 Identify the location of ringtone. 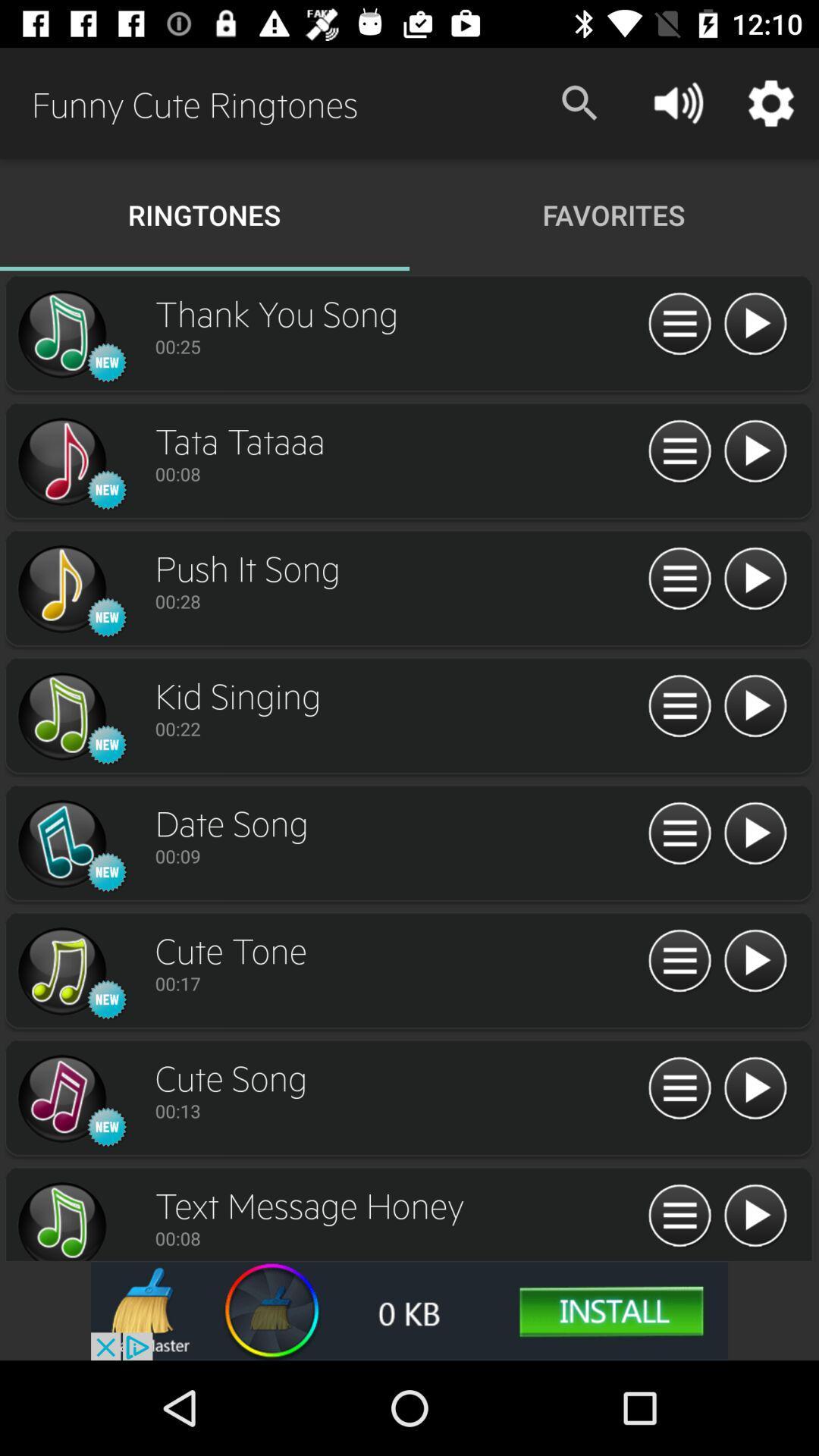
(61, 716).